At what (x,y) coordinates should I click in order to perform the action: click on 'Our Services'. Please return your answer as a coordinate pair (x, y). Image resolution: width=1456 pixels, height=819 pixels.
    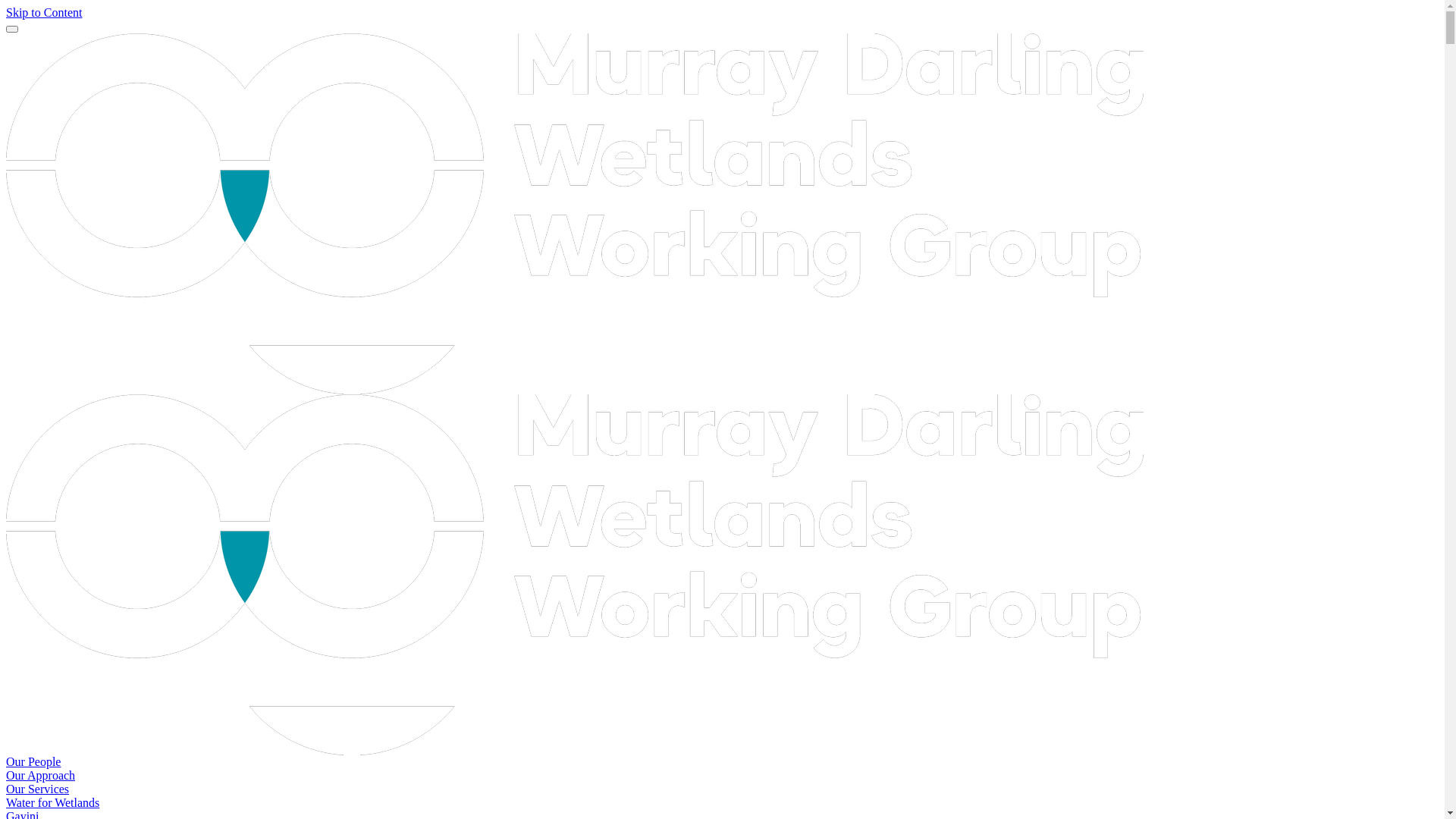
    Looking at the image, I should click on (37, 788).